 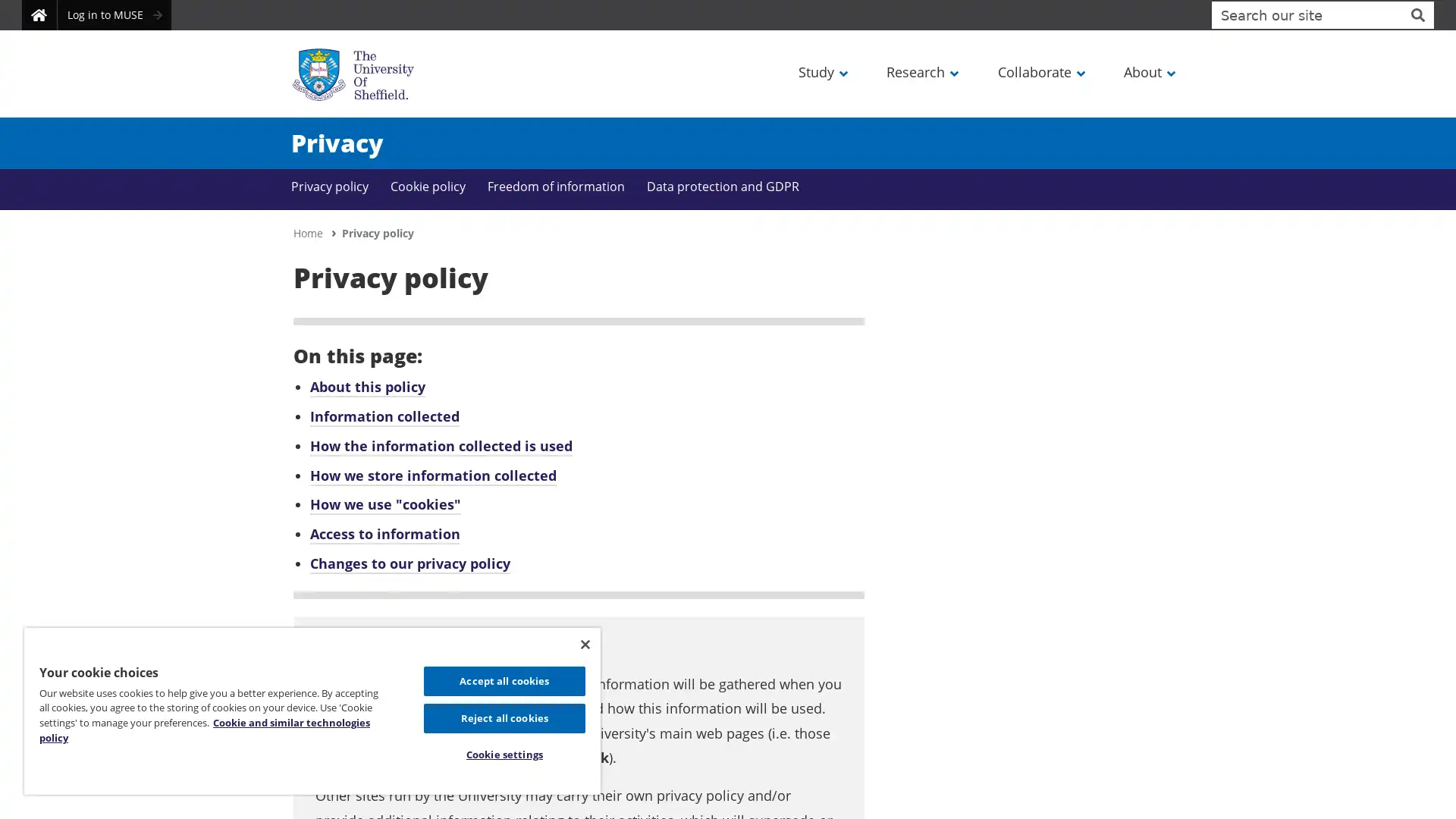 What do you see at coordinates (1039, 71) in the screenshot?
I see `Collaborate` at bounding box center [1039, 71].